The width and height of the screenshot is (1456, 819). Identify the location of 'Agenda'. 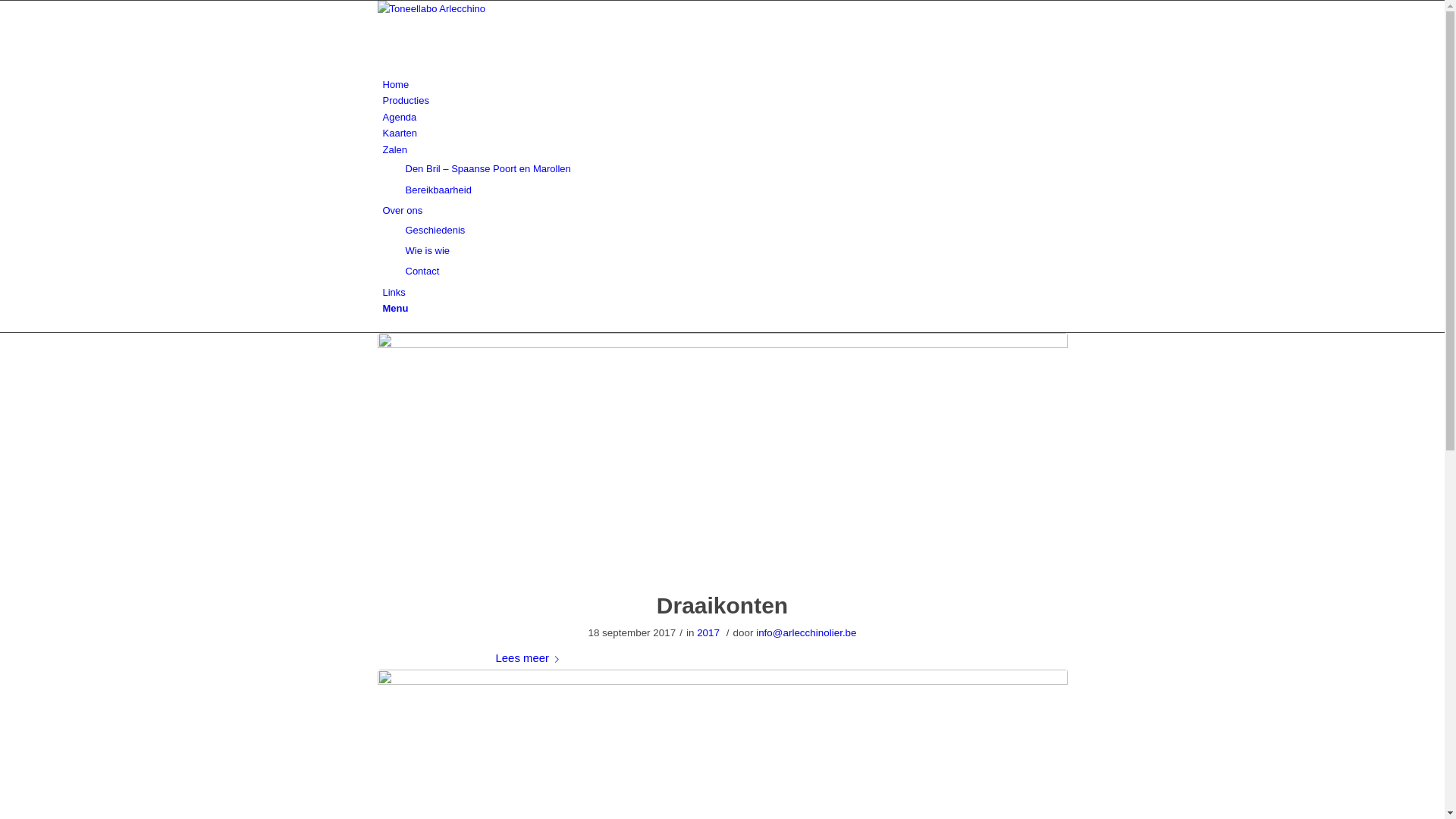
(399, 116).